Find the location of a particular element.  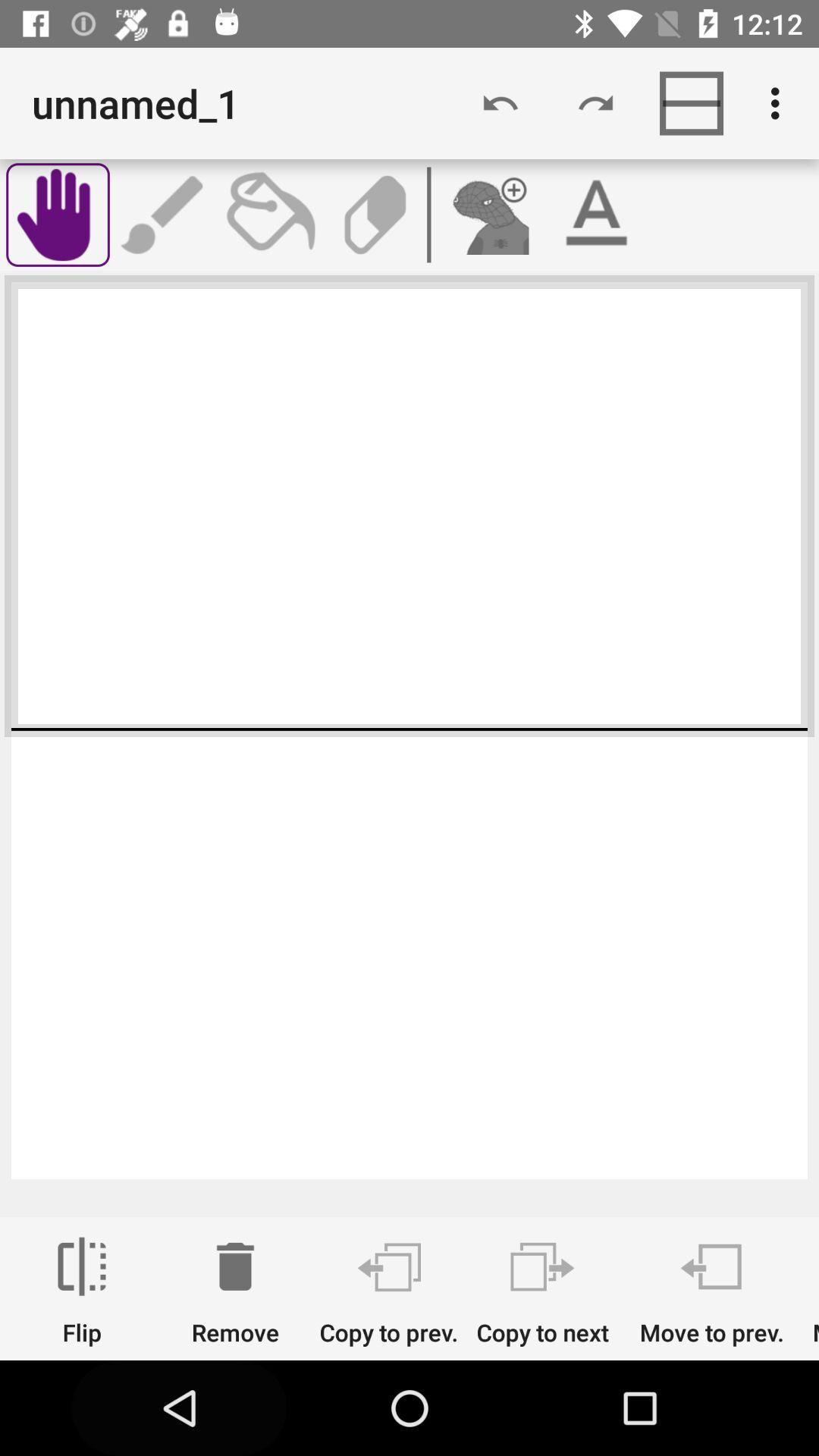

icon to the right of the flip item is located at coordinates (235, 1291).